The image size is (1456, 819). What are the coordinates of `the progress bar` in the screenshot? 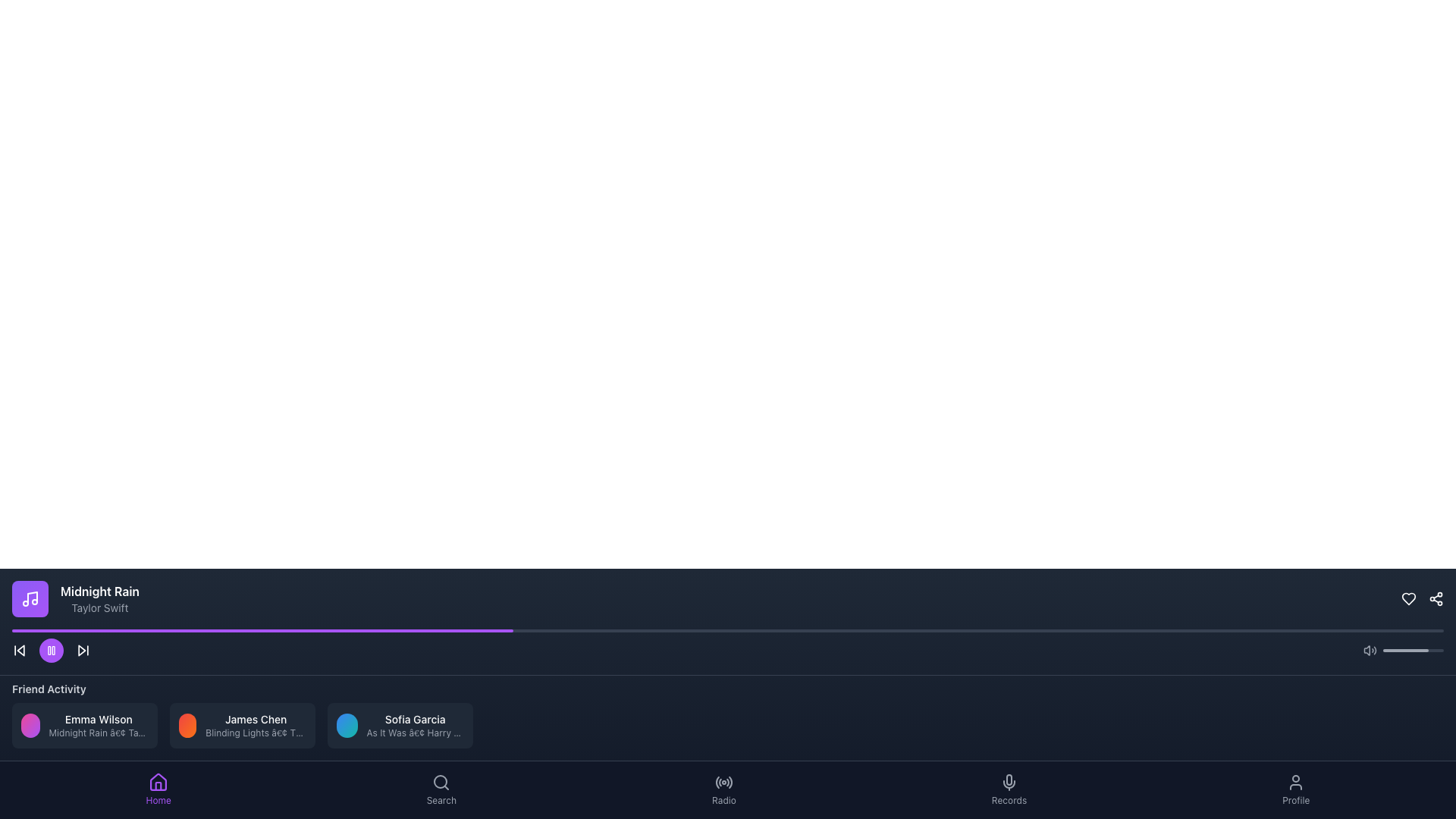 It's located at (282, 631).